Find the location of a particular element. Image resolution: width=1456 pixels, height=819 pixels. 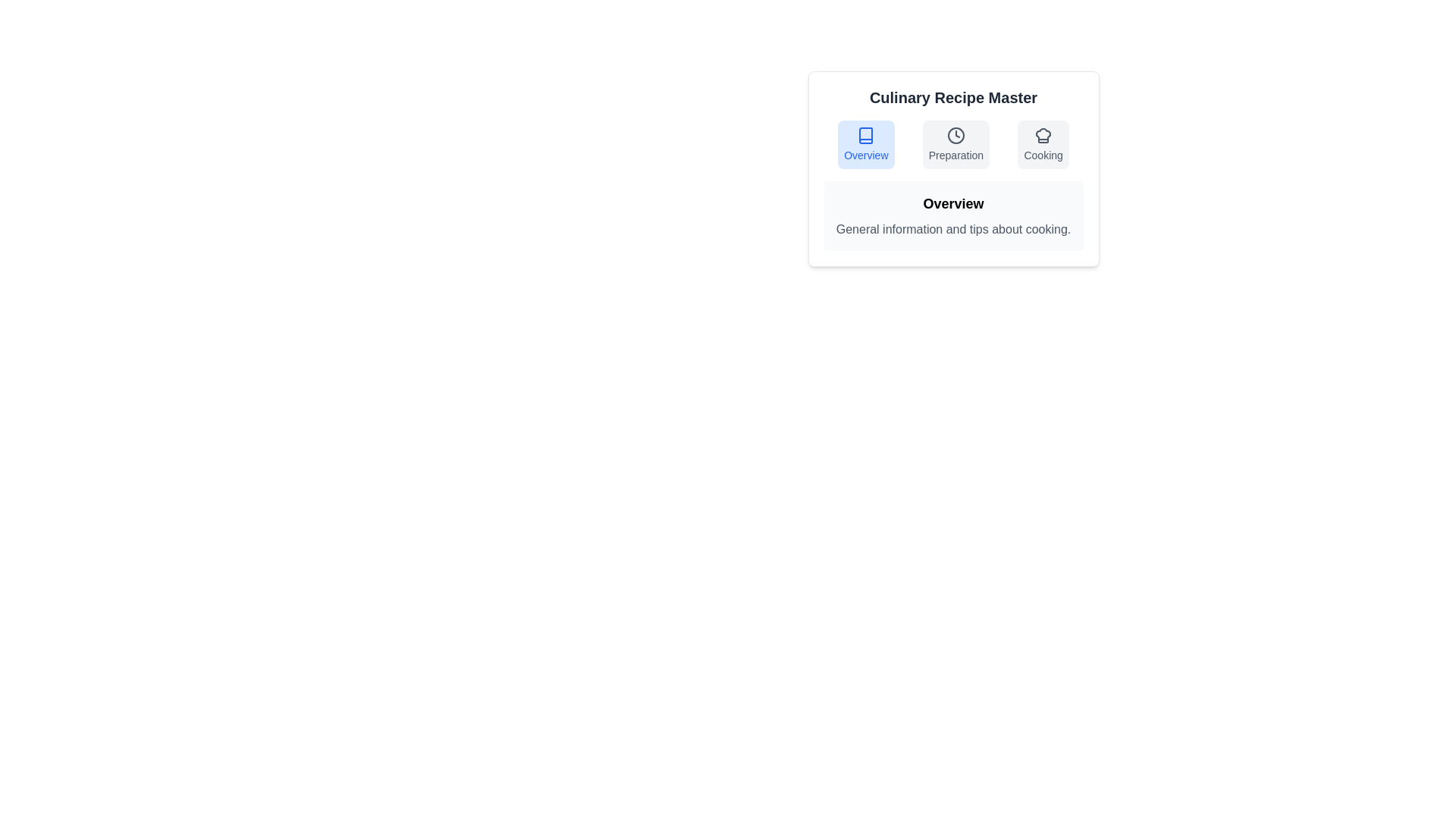

the tab labeled Overview to view its content is located at coordinates (866, 145).